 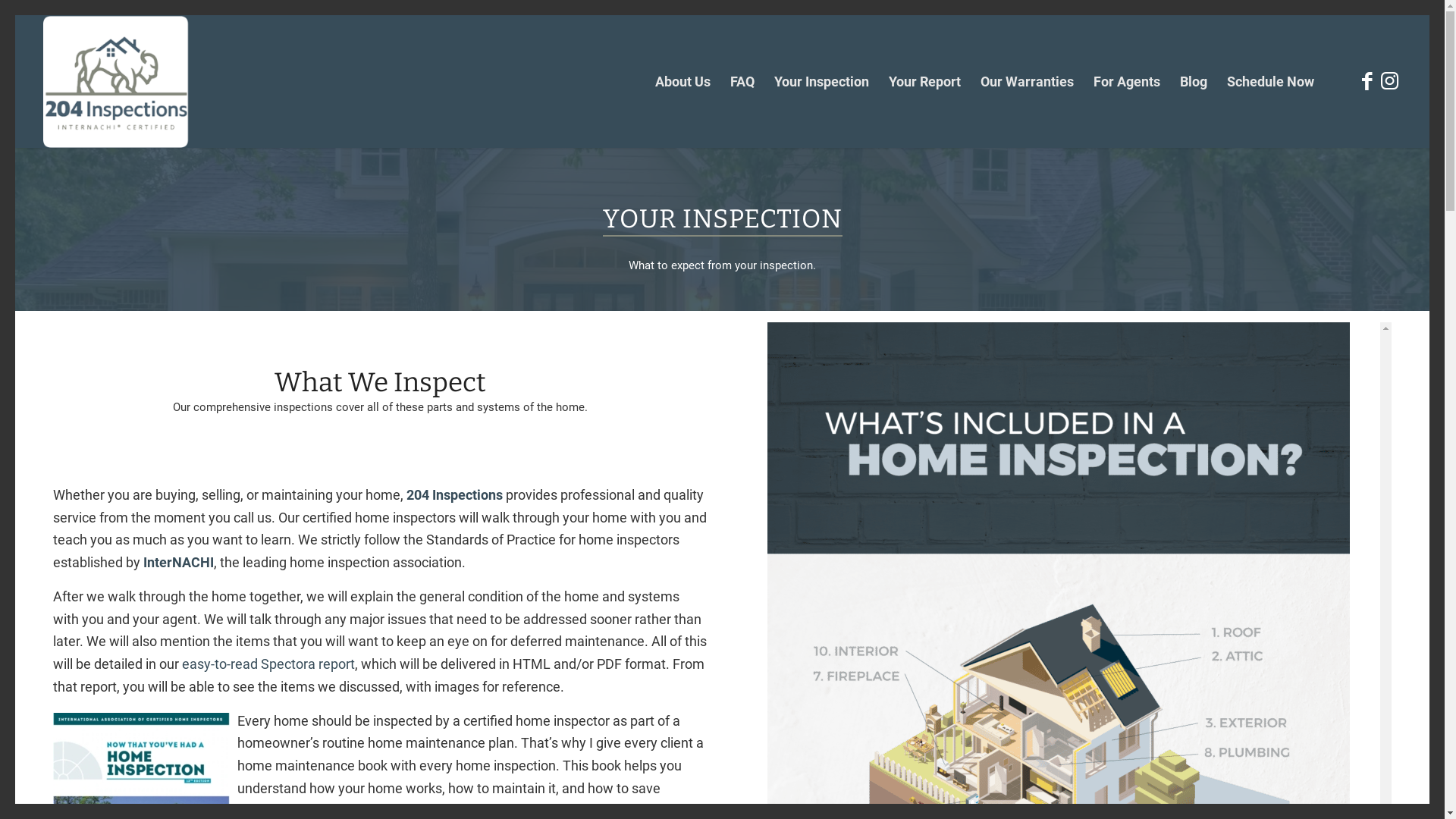 What do you see at coordinates (268, 663) in the screenshot?
I see `'easy-to-read Spectora report'` at bounding box center [268, 663].